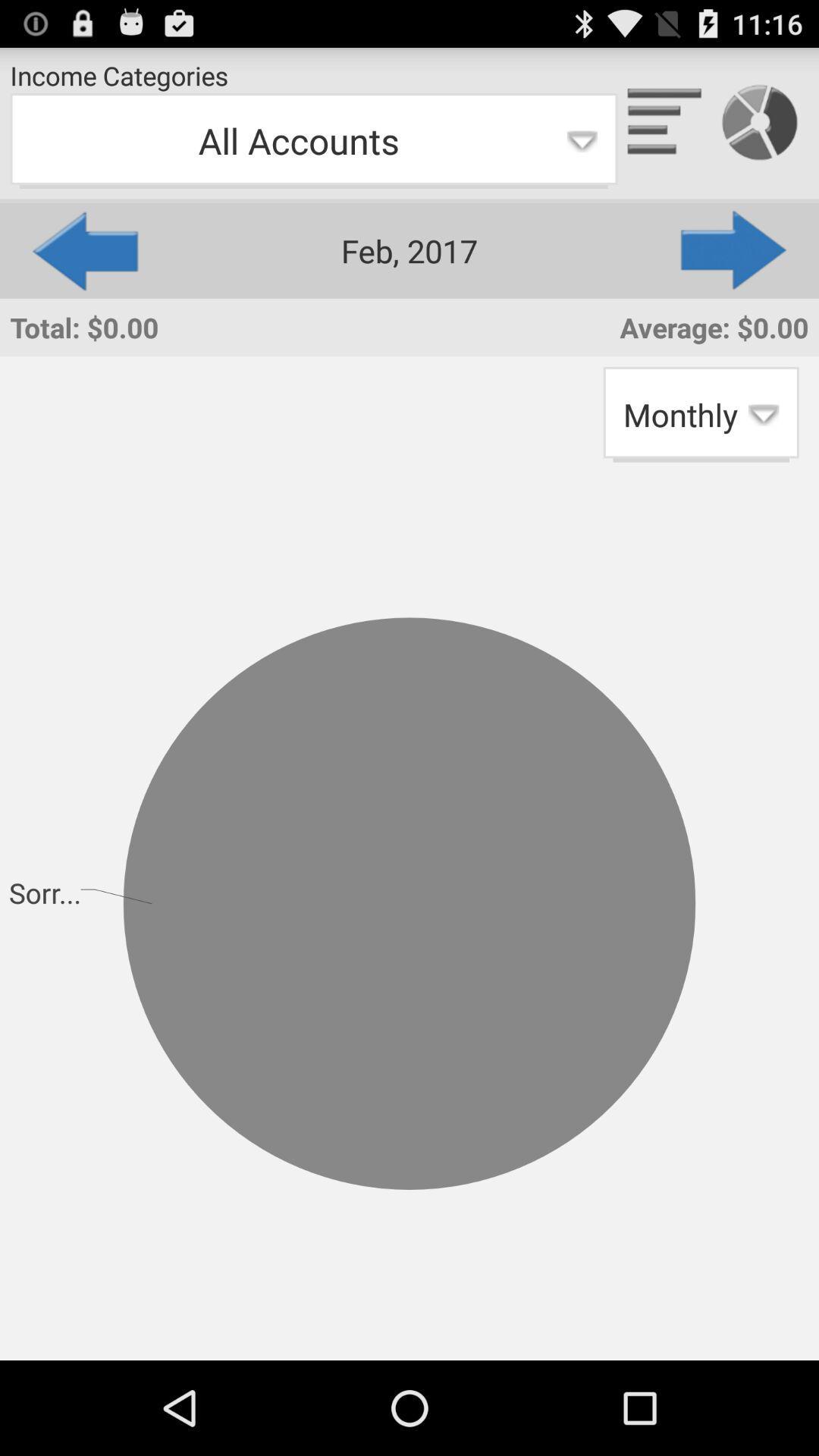 This screenshot has width=819, height=1456. What do you see at coordinates (701, 414) in the screenshot?
I see `item below average: $0.00 item` at bounding box center [701, 414].